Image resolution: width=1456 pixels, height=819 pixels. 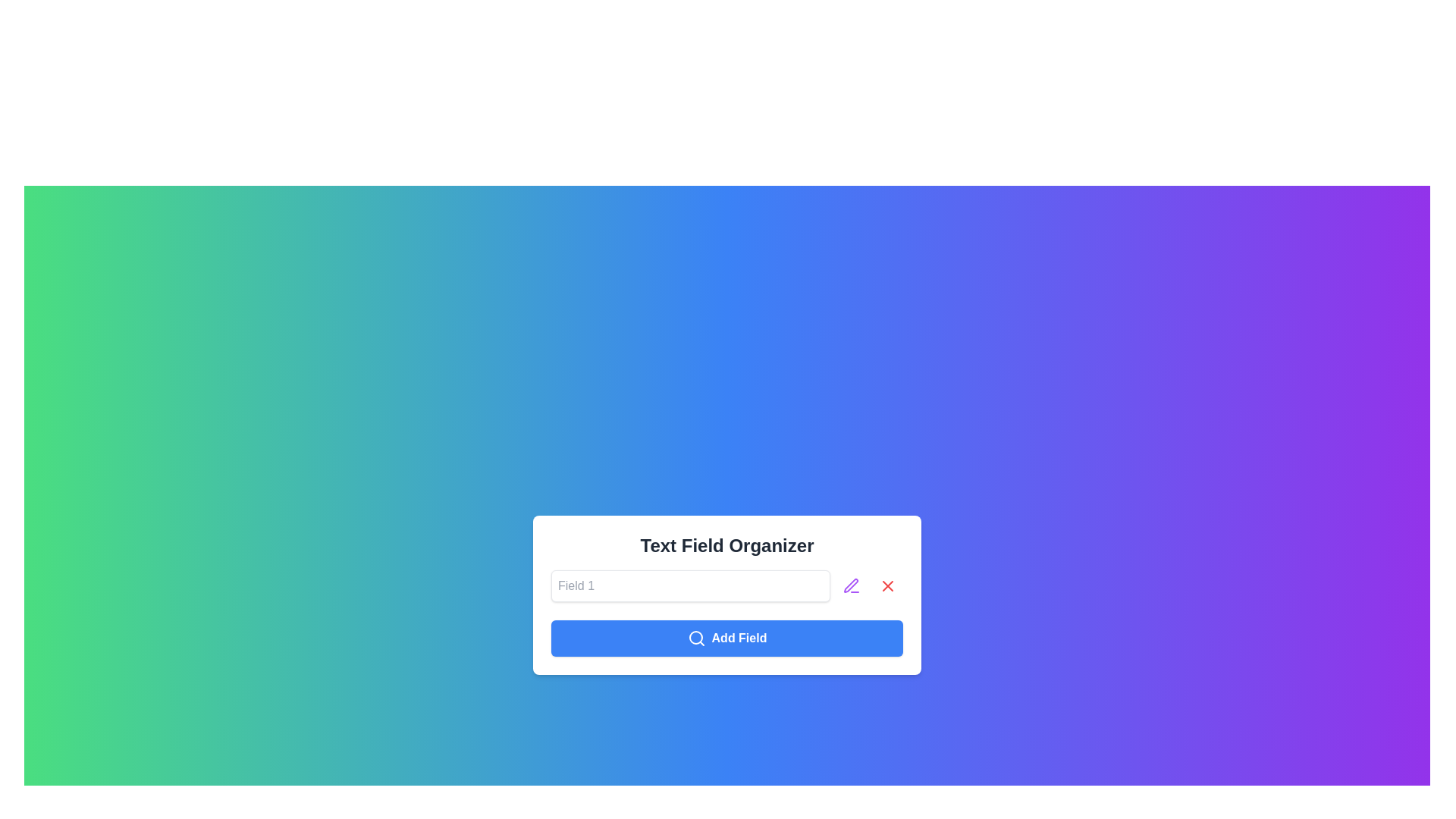 What do you see at coordinates (851, 585) in the screenshot?
I see `the purple-colored pen-shaped icon located in the top-right area of the input box labeled 'Field 1'` at bounding box center [851, 585].